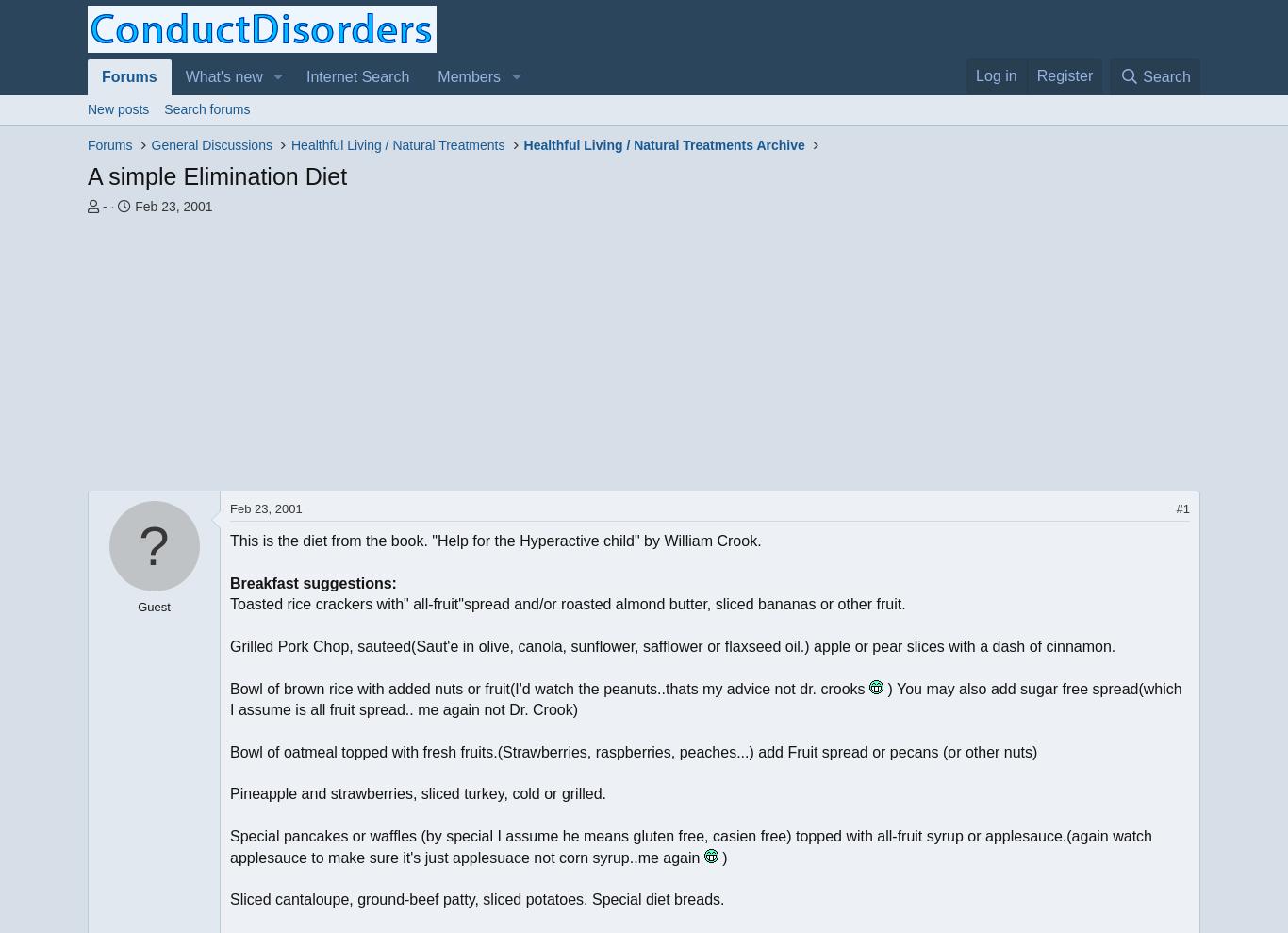 This screenshot has width=1288, height=933. What do you see at coordinates (566, 603) in the screenshot?
I see `'Toasted rice crackers with" all-fruit"spread and/or roasted almond butter, sliced bananas or other fruit.'` at bounding box center [566, 603].